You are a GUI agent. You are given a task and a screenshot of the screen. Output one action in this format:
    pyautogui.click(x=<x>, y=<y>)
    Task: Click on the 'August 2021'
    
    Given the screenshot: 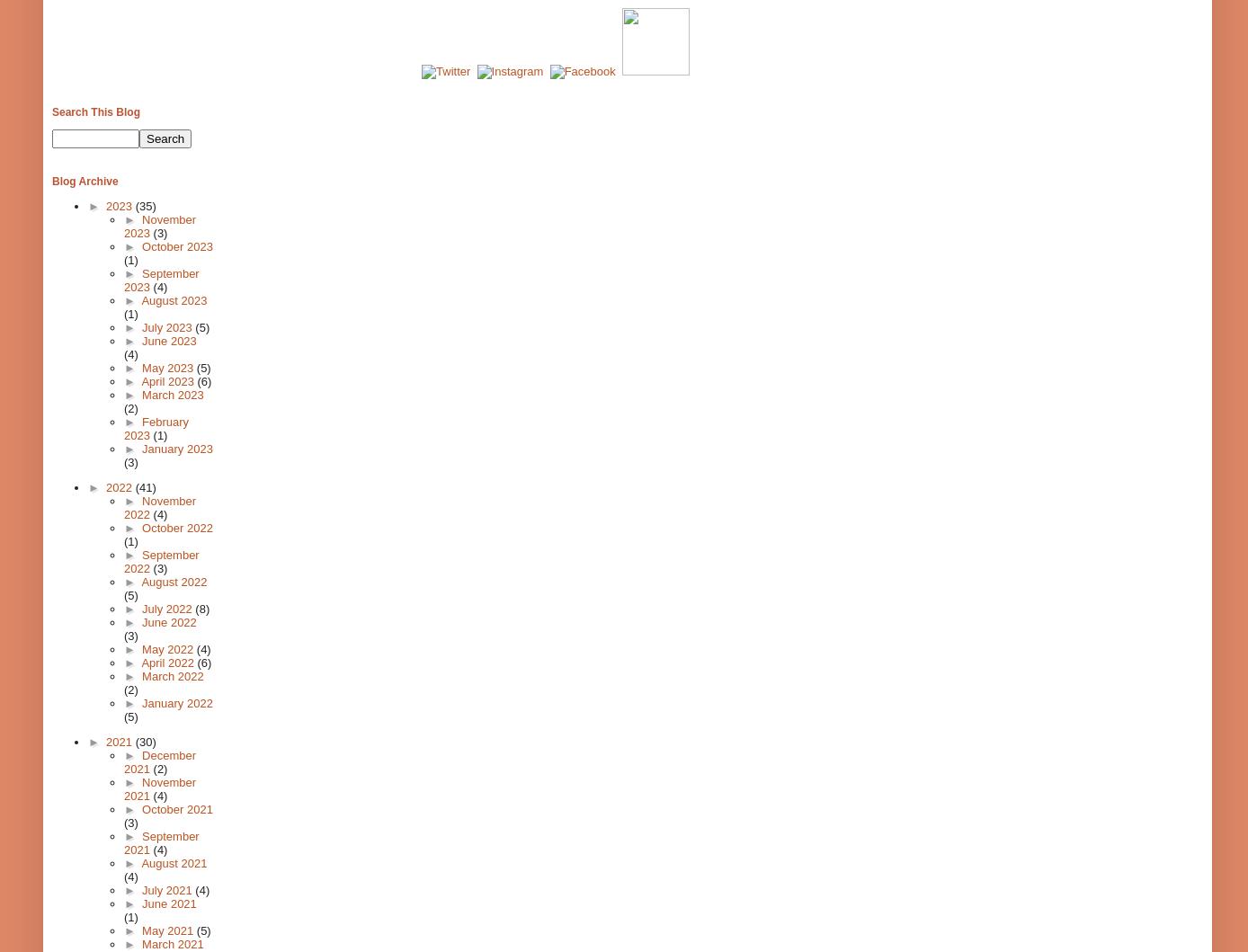 What is the action you would take?
    pyautogui.click(x=173, y=862)
    